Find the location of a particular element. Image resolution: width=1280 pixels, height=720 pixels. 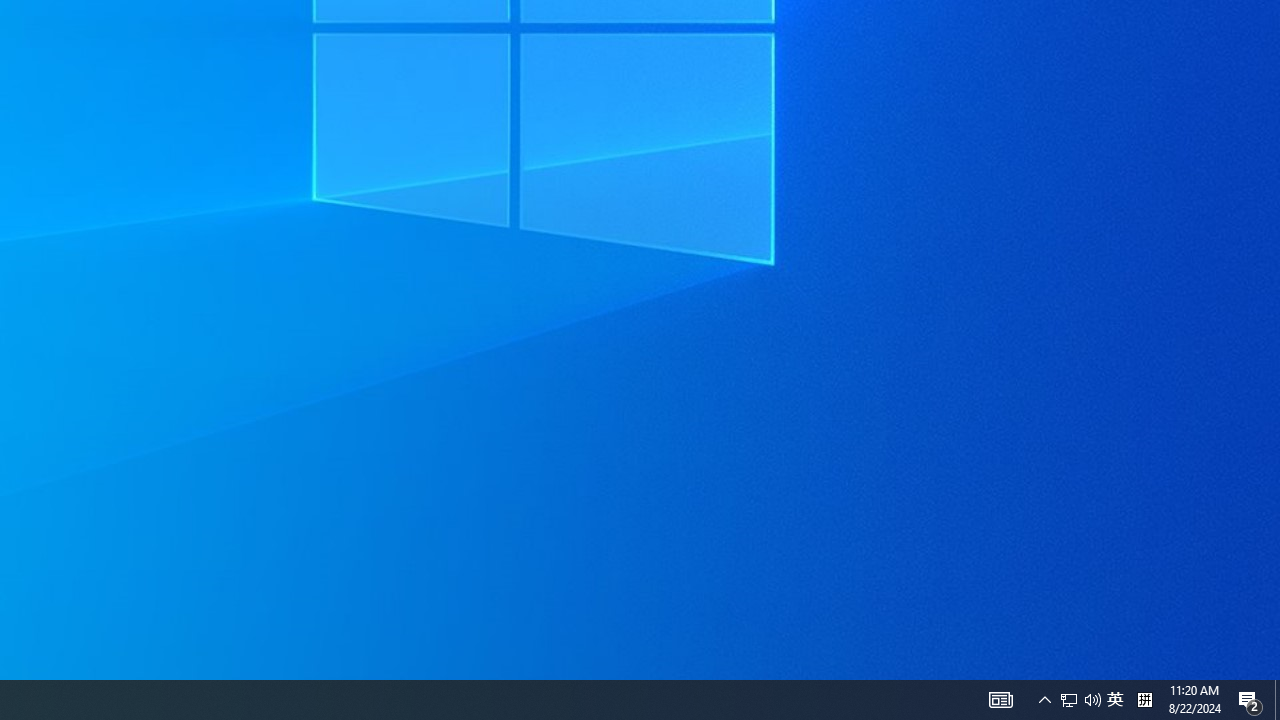

'Notification Chevron' is located at coordinates (1000, 698).